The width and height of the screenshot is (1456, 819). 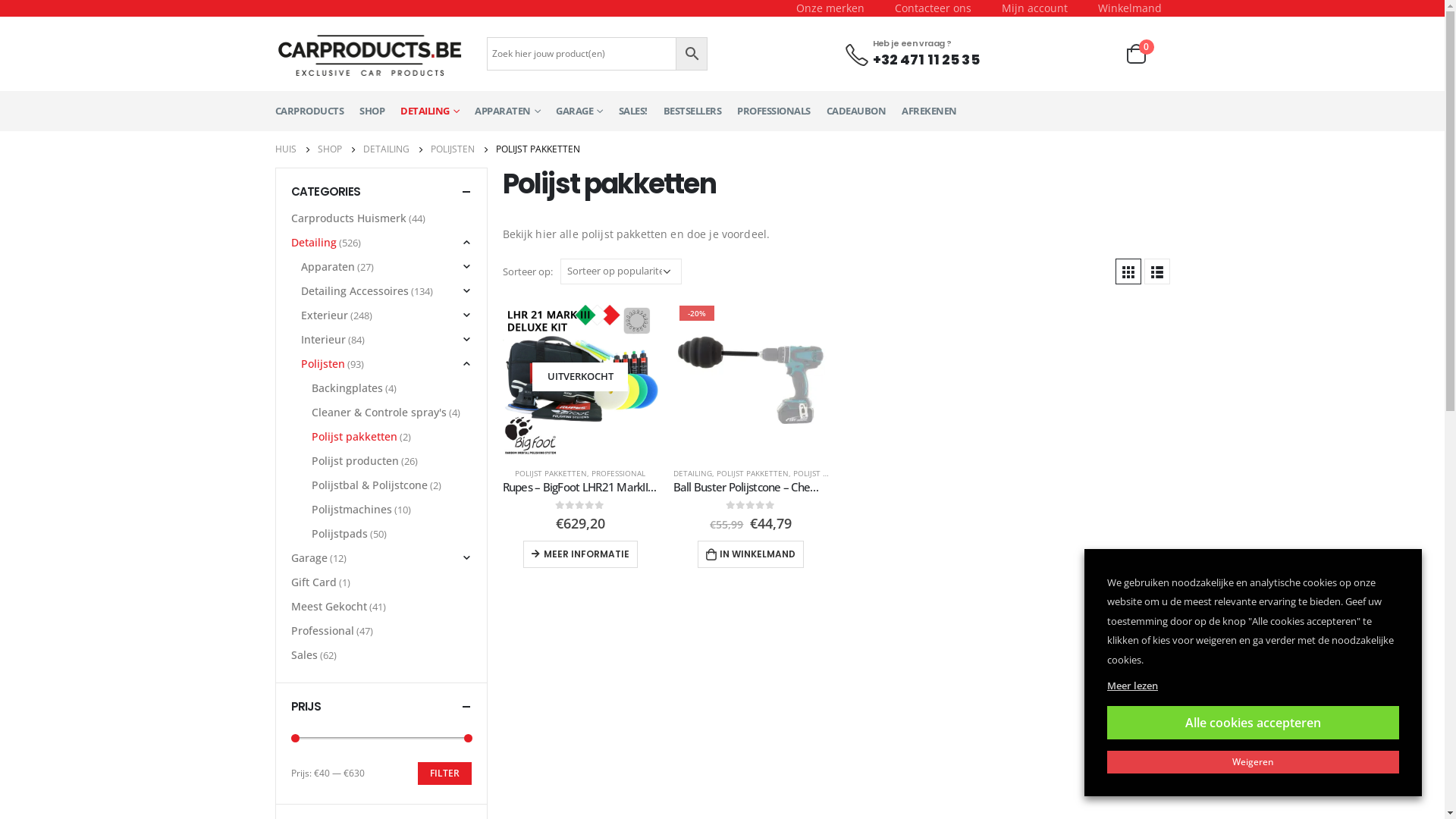 What do you see at coordinates (322, 363) in the screenshot?
I see `'Polijsten'` at bounding box center [322, 363].